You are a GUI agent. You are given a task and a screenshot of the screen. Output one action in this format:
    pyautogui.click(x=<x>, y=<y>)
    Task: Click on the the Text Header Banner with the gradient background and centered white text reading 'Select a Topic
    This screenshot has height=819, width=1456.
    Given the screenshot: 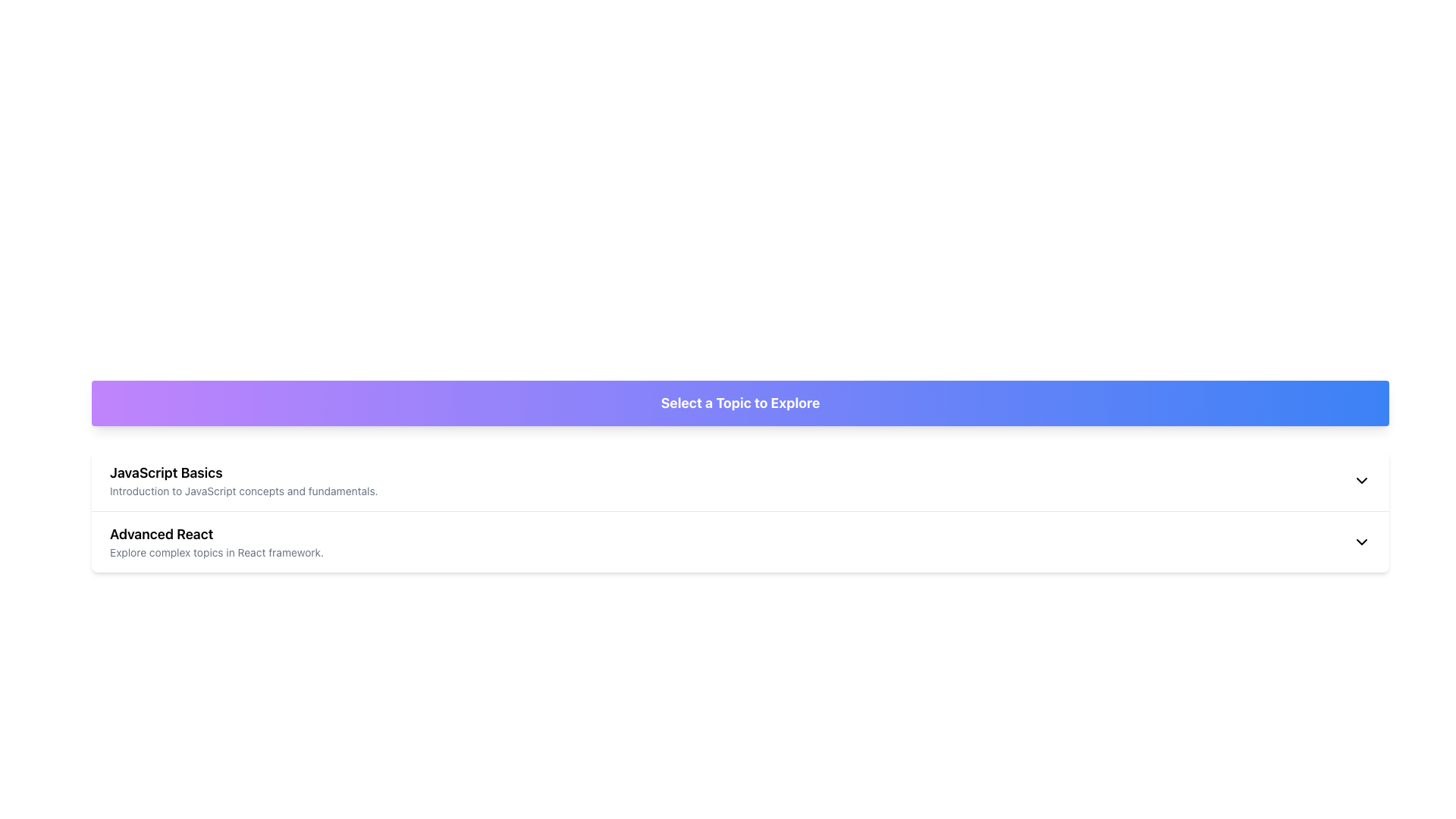 What is the action you would take?
    pyautogui.click(x=740, y=403)
    